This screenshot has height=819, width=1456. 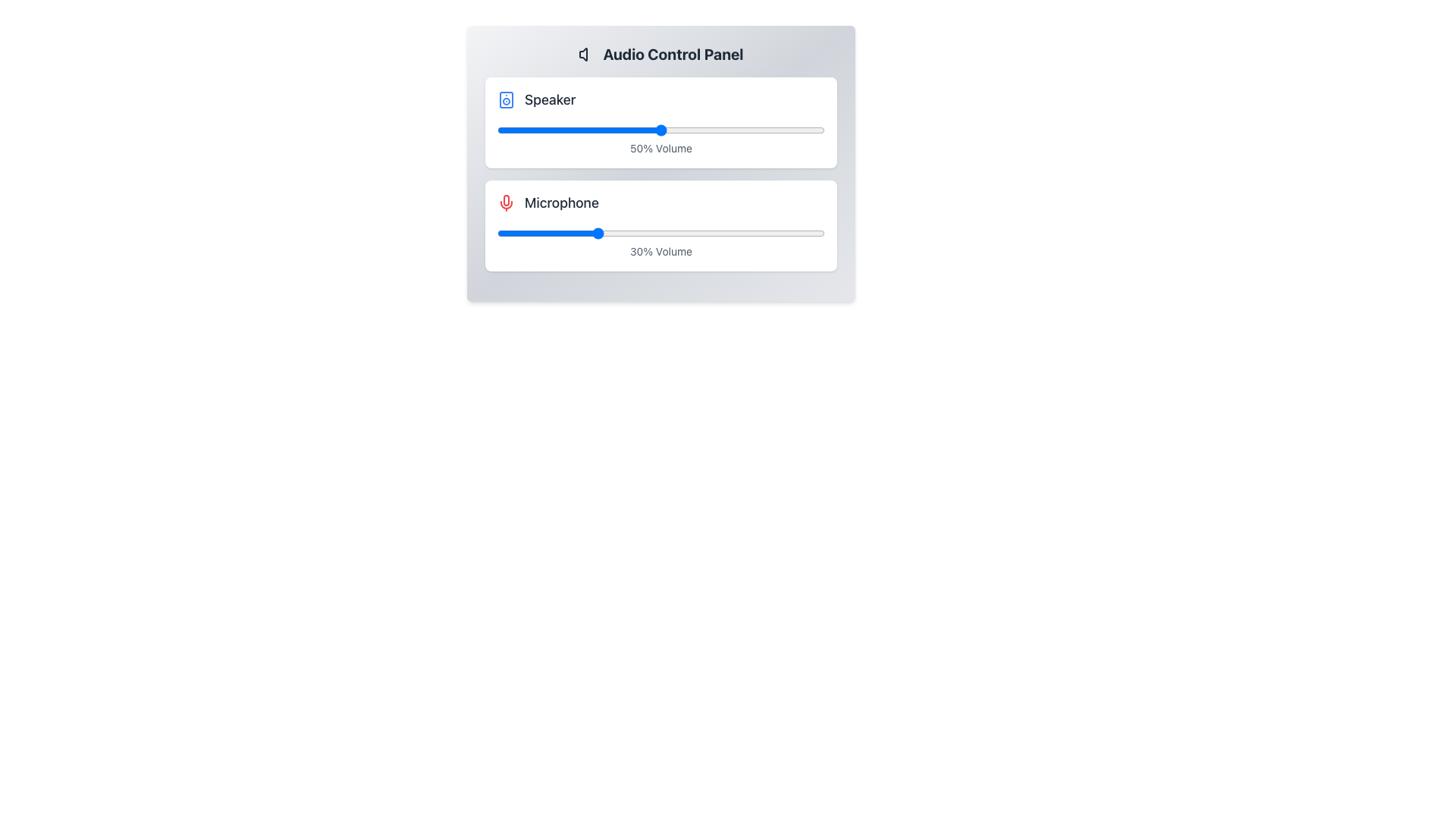 I want to click on volume percentage displayed on the 'Microphone' control element, which is represented by the text '30% Volume' below the blue slider, so click(x=661, y=225).